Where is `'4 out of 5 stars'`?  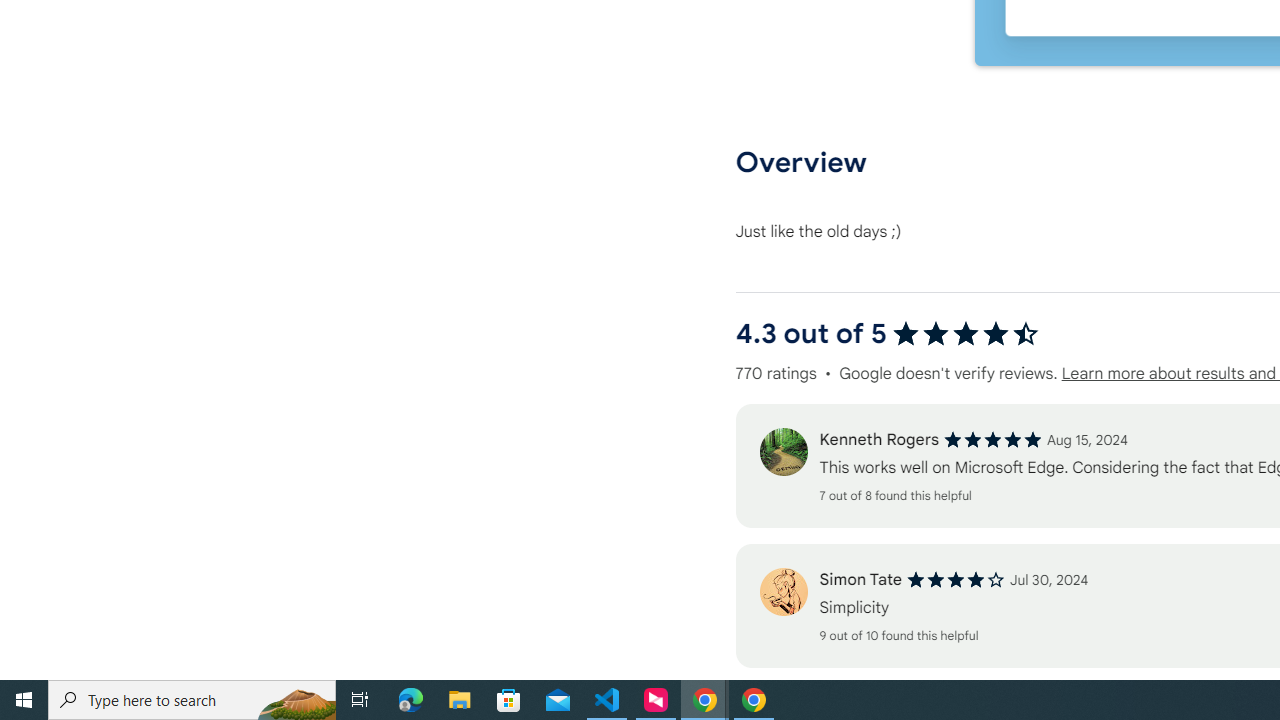
'4 out of 5 stars' is located at coordinates (955, 580).